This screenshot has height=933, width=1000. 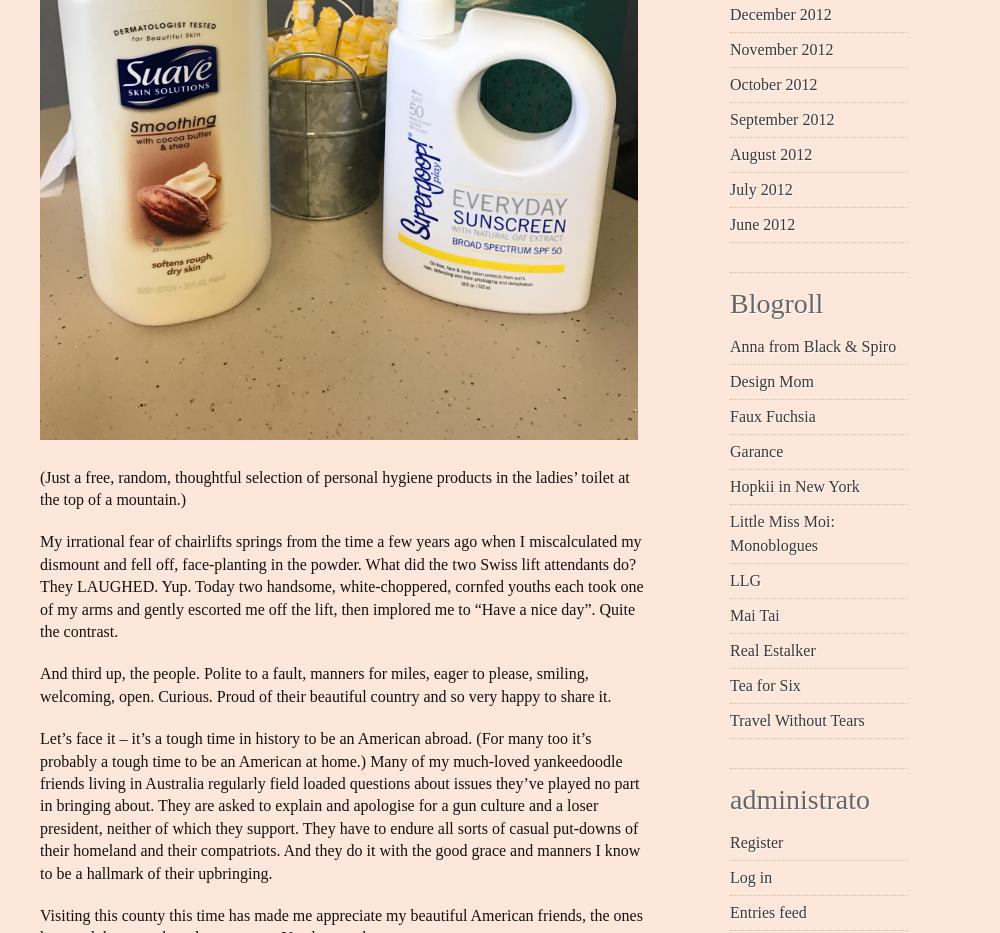 I want to click on 'September 2012', so click(x=782, y=117).